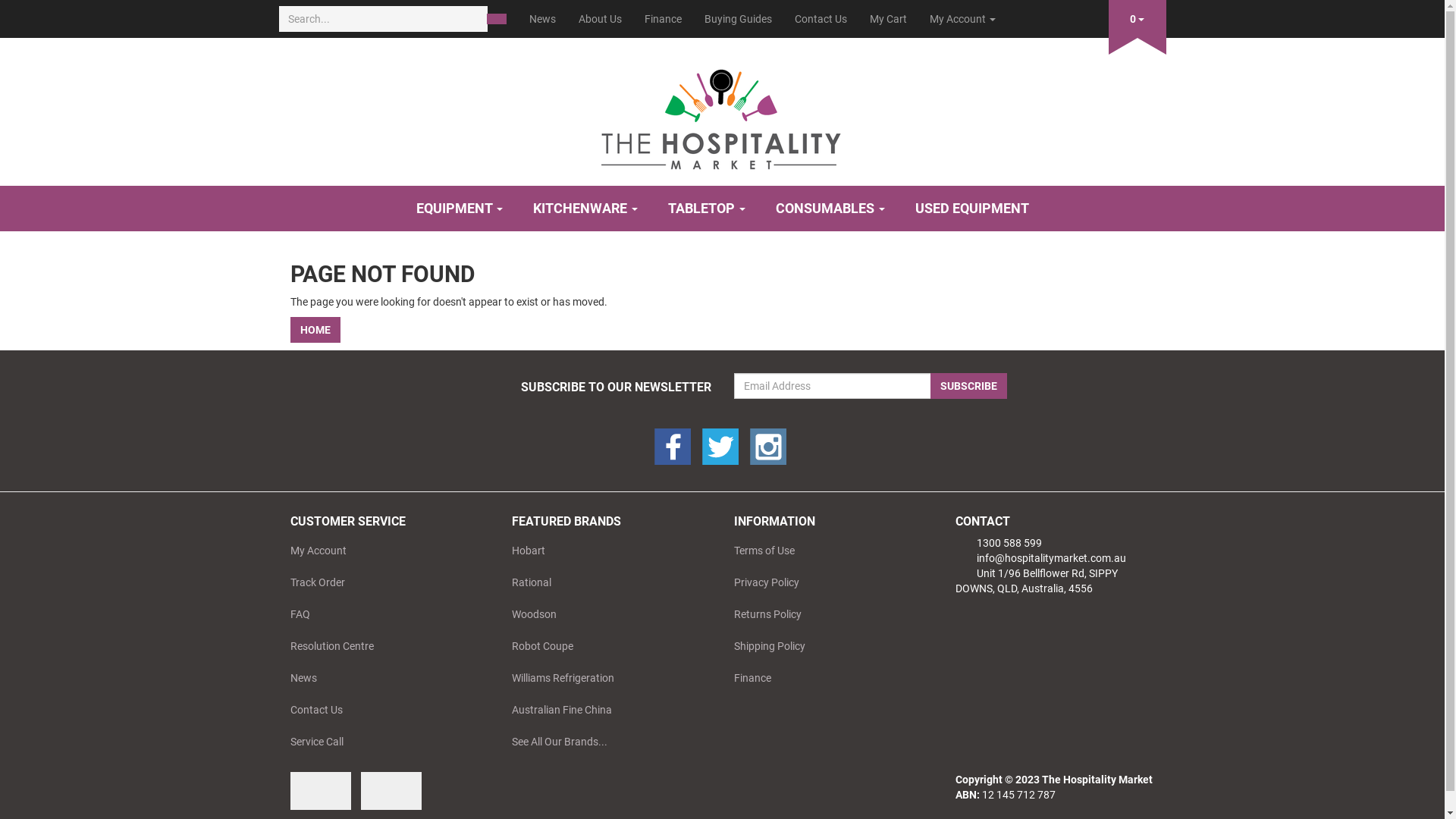 The width and height of the screenshot is (1456, 819). Describe the element at coordinates (826, 550) in the screenshot. I see `'Terms of Use'` at that location.